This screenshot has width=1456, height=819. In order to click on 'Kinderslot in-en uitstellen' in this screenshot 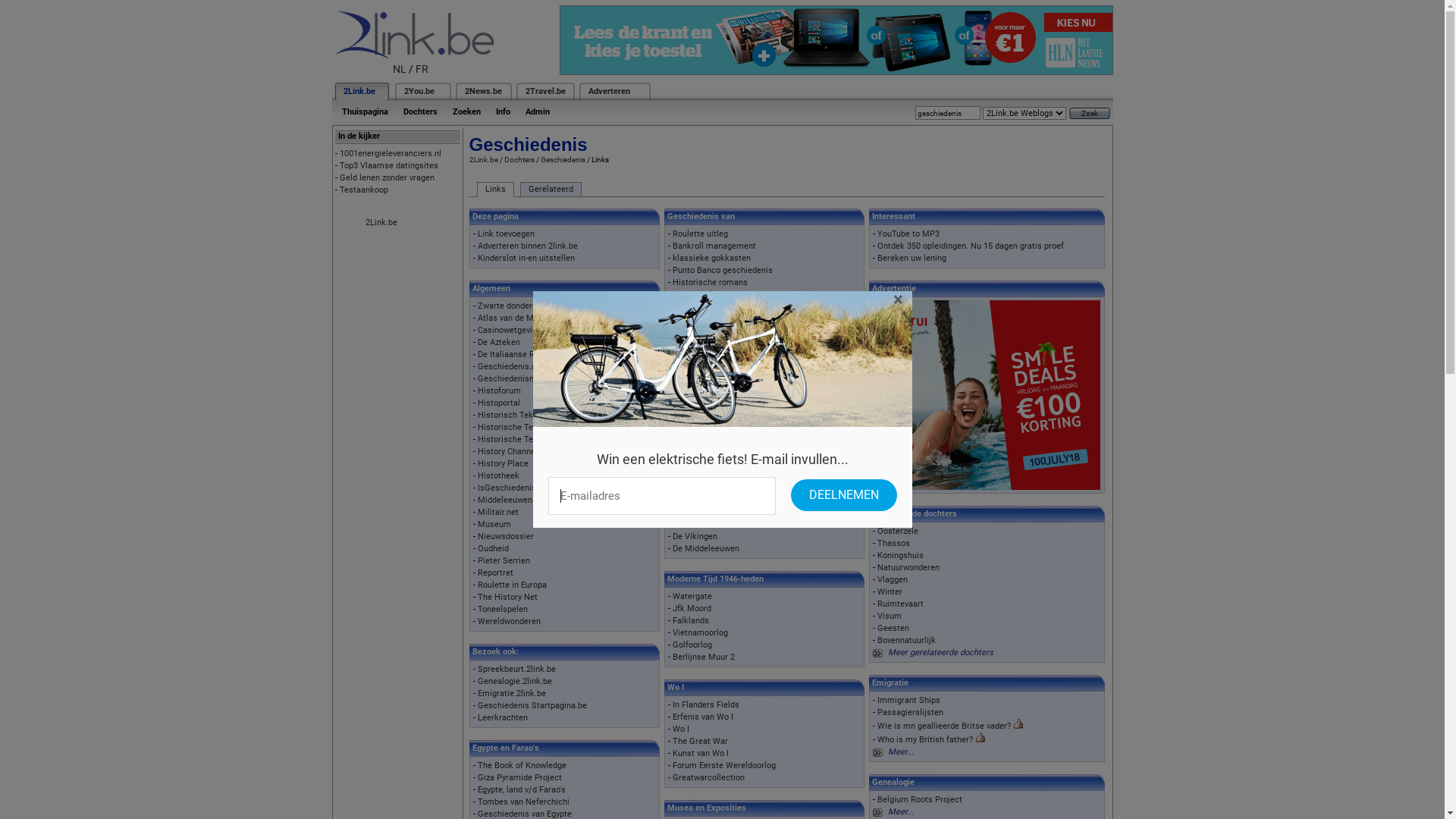, I will do `click(526, 257)`.